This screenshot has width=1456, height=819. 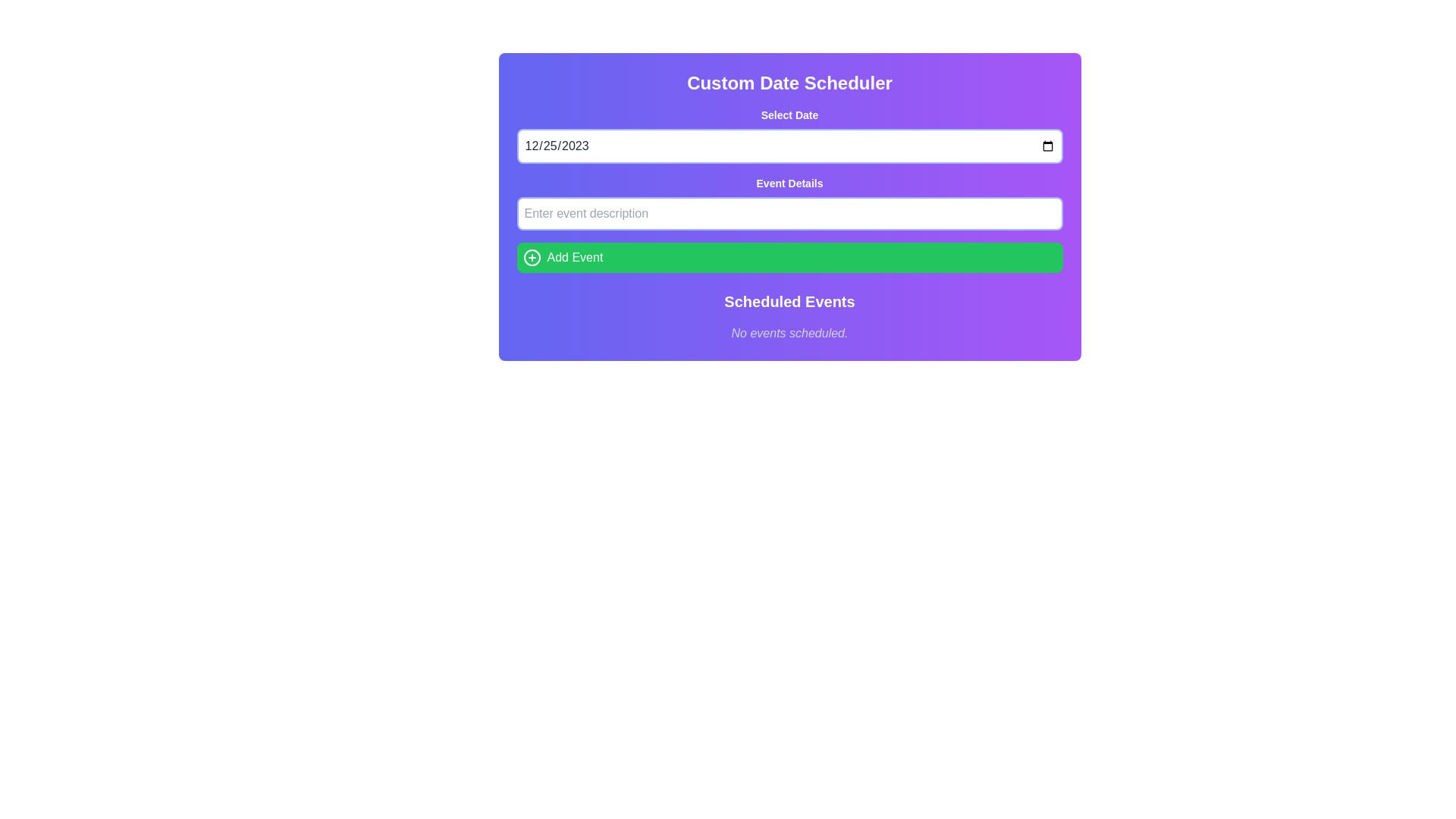 I want to click on the circular graphical element that complements the 'Add Event' icon located to the left of the button text, so click(x=532, y=256).